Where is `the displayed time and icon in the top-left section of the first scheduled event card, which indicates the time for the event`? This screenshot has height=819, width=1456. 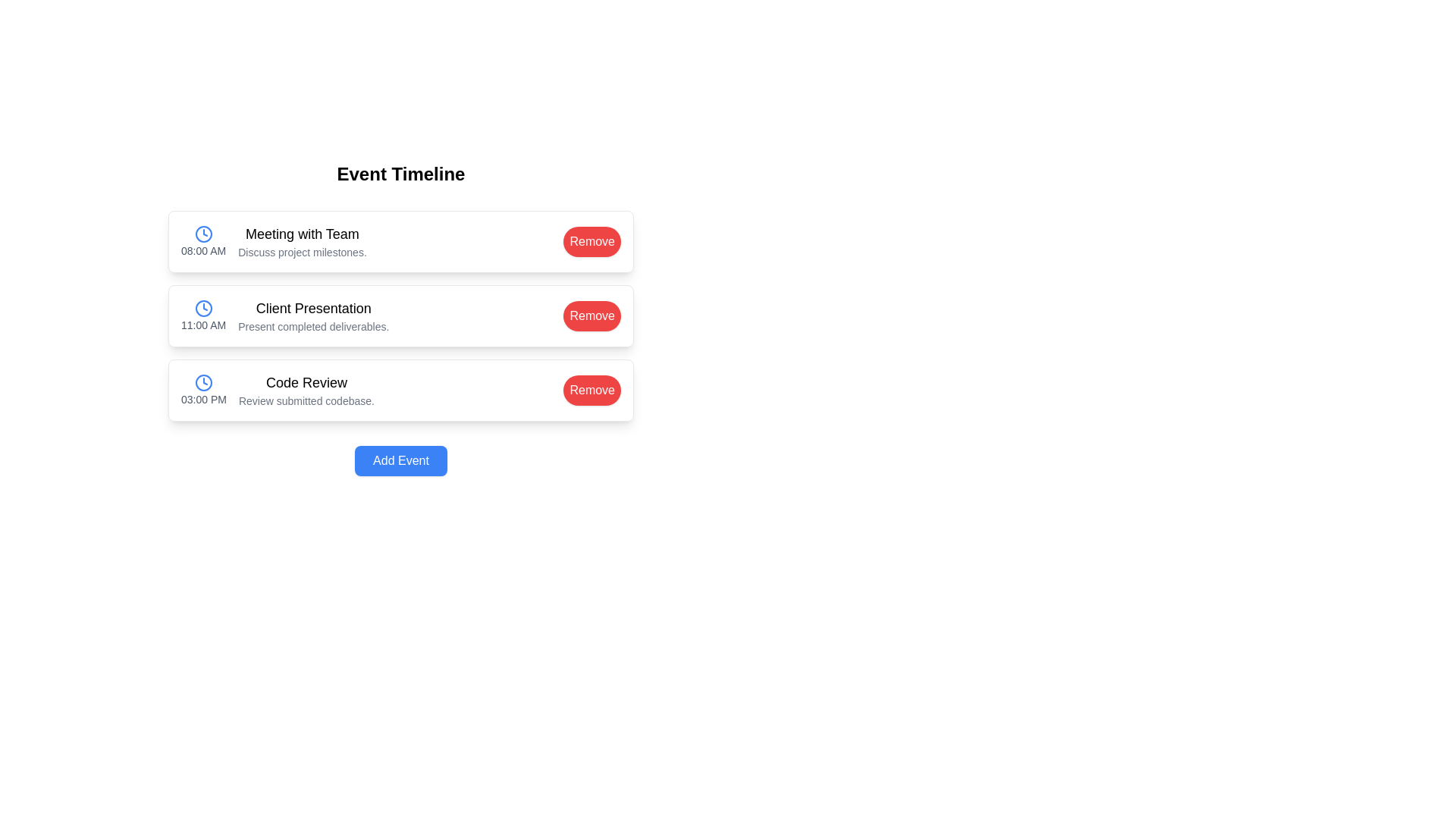
the displayed time and icon in the top-left section of the first scheduled event card, which indicates the time for the event is located at coordinates (202, 241).